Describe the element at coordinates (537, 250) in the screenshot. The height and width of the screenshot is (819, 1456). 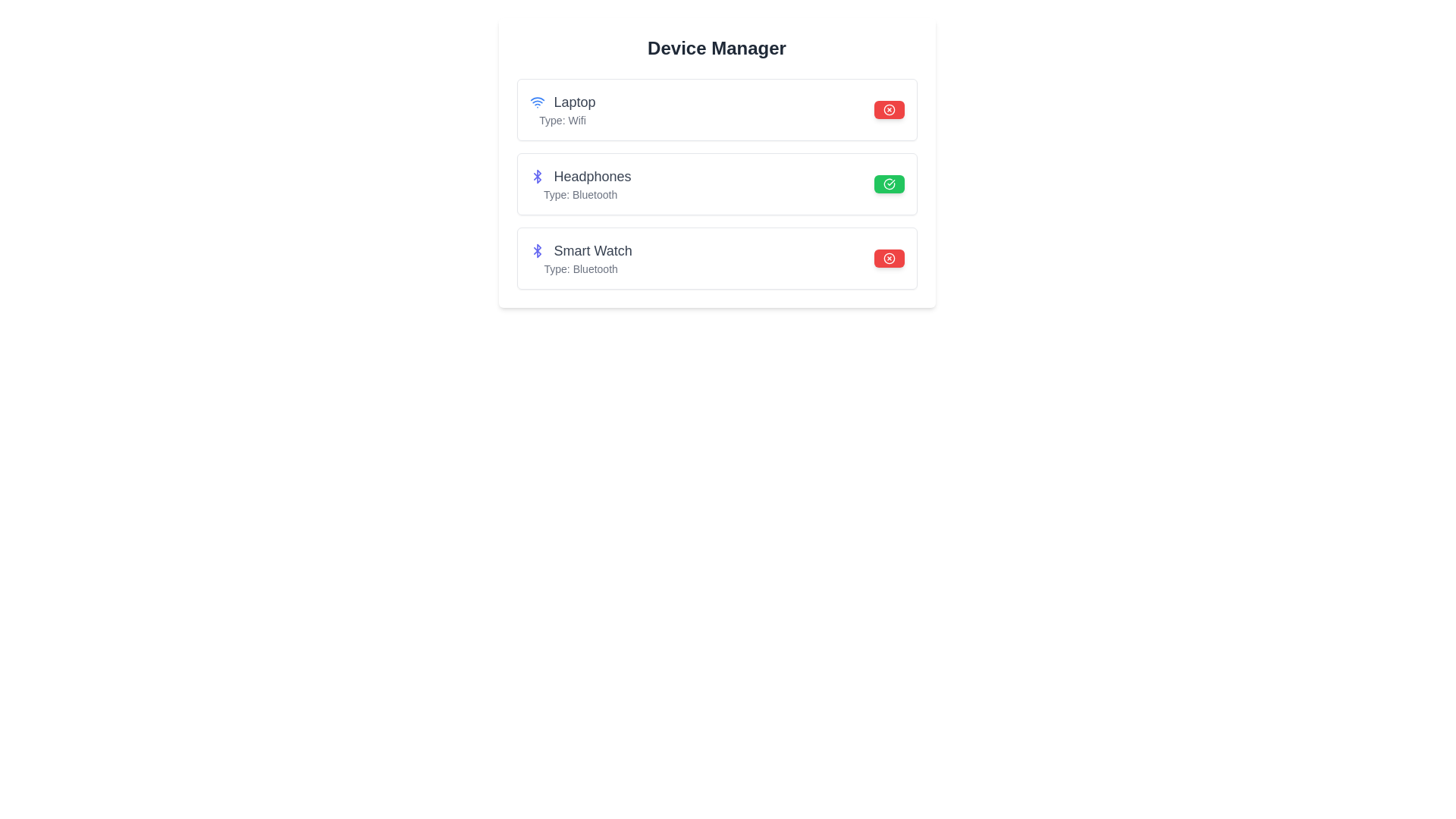
I see `the Bluetooth icon with a blue outline located to the left of the 'Smart Watch' text in the devices list` at that location.